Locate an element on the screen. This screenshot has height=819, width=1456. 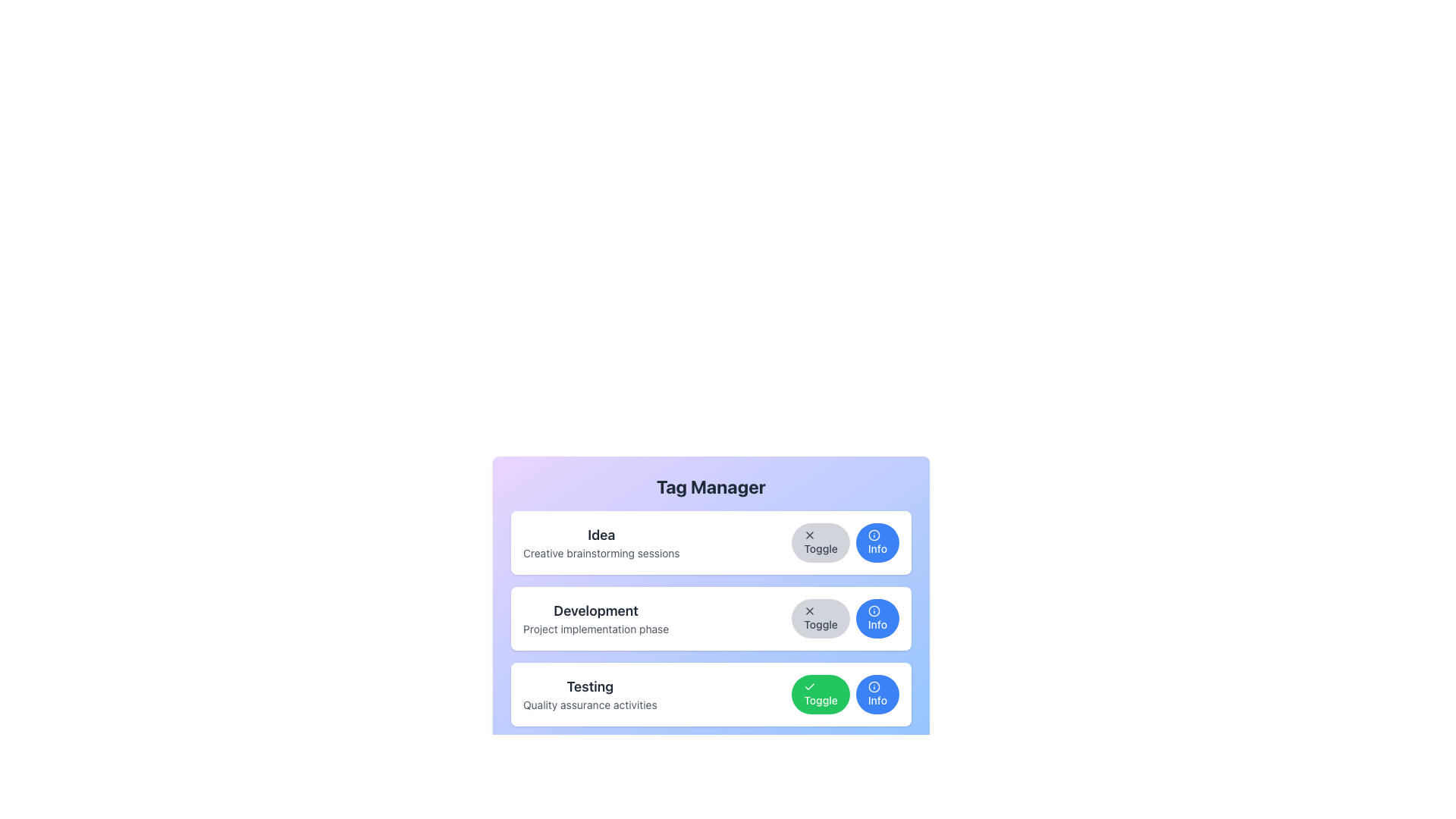
the circular base of the 'info' icon located at the rightmost position of the 'Idea' section in the Tag Manager interface is located at coordinates (874, 534).